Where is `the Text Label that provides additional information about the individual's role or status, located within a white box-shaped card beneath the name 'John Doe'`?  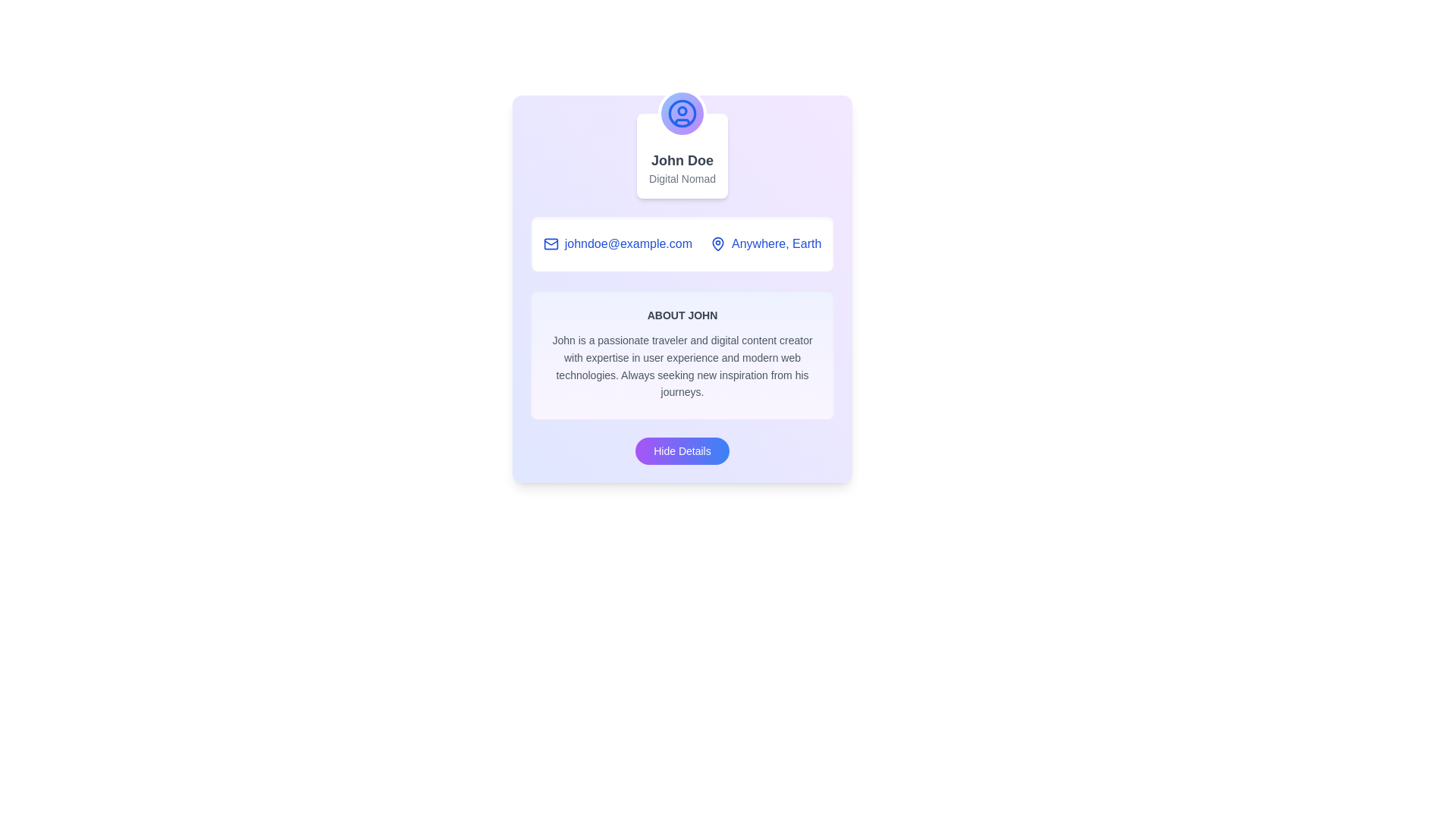
the Text Label that provides additional information about the individual's role or status, located within a white box-shaped card beneath the name 'John Doe' is located at coordinates (682, 177).